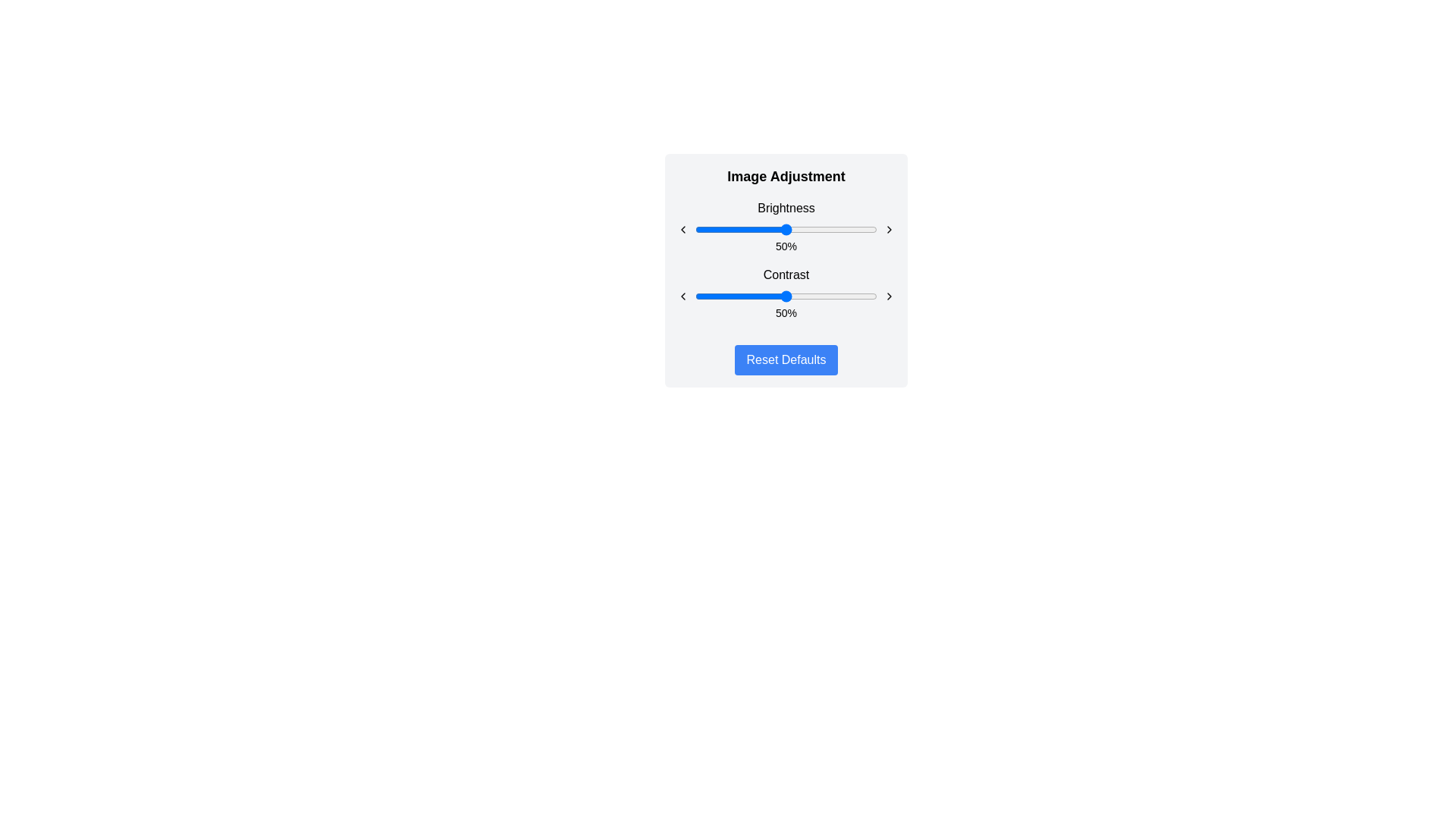  I want to click on contrast, so click(816, 296).